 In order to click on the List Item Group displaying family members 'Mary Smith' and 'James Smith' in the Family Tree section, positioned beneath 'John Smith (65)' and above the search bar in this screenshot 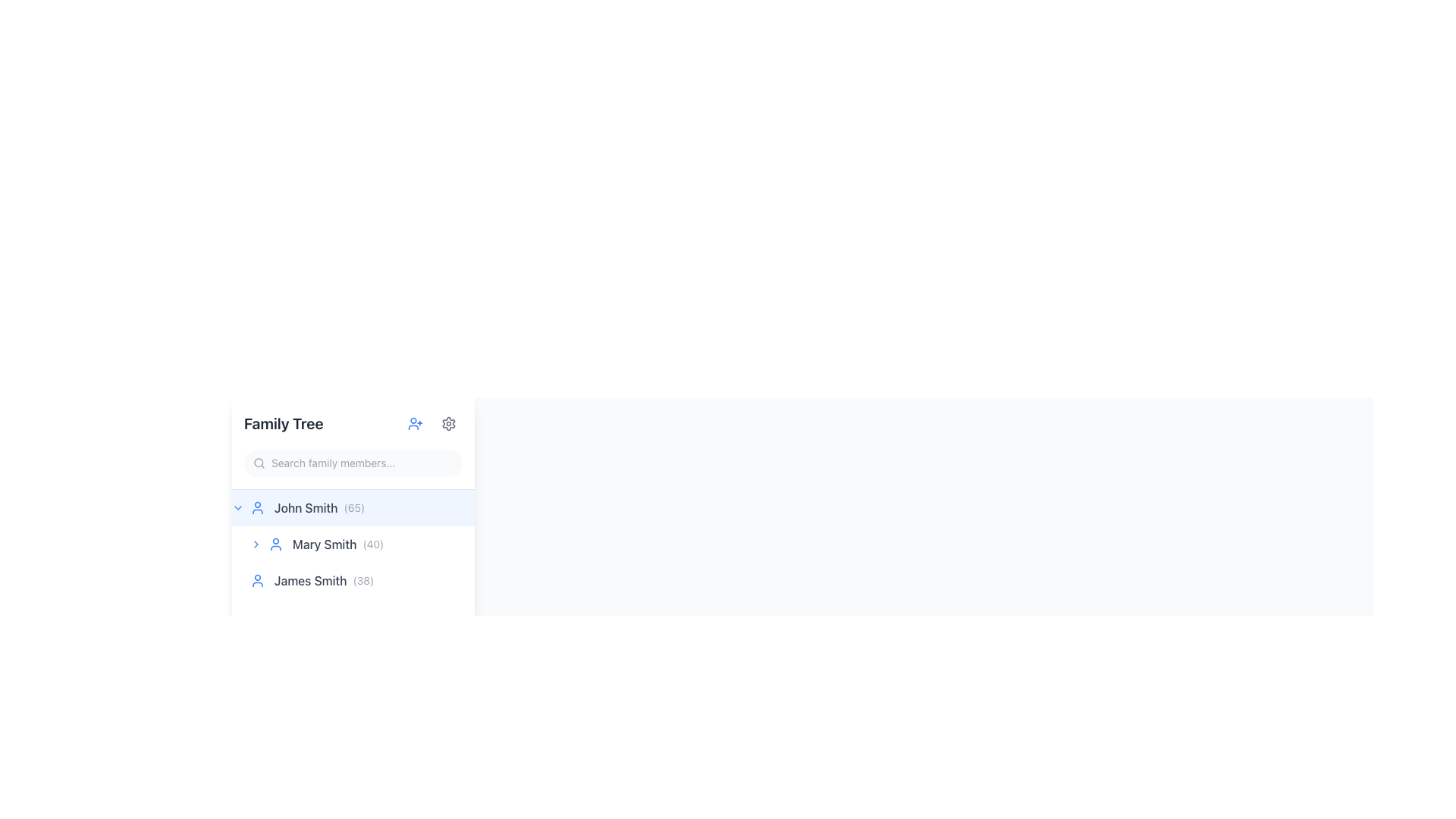, I will do `click(352, 562)`.